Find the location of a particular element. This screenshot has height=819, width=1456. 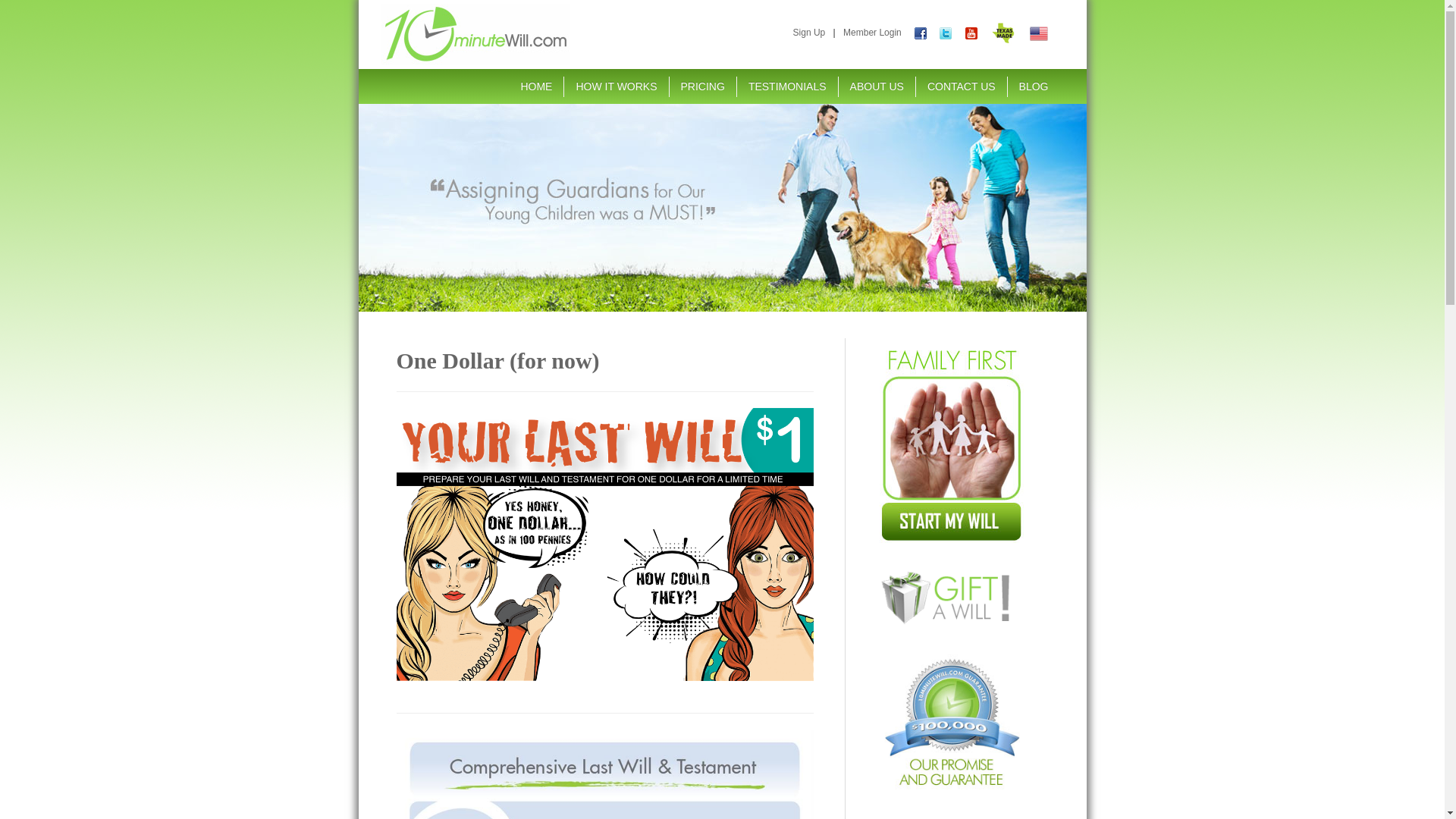

'PRICING' is located at coordinates (701, 86).